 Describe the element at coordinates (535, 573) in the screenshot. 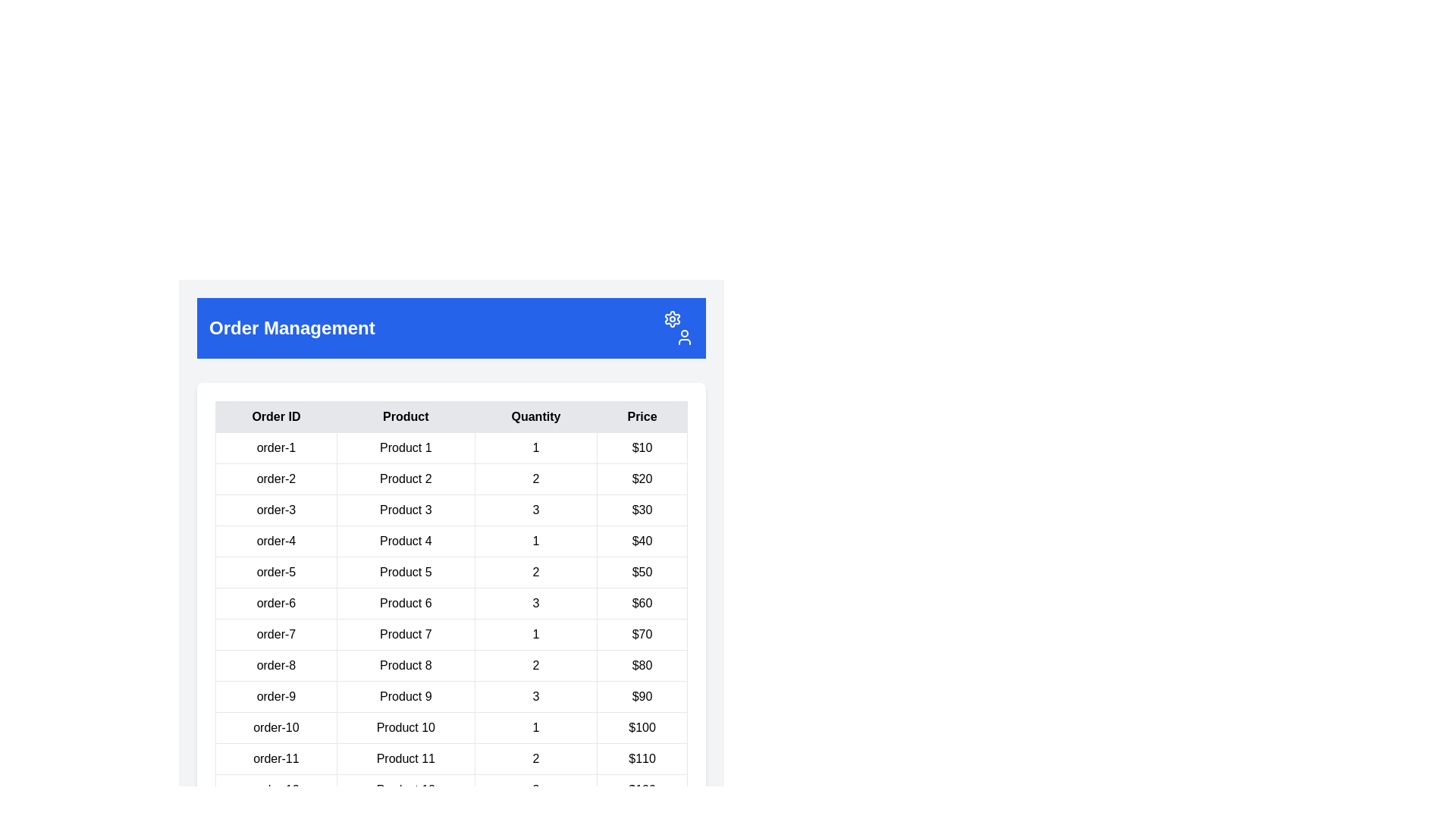

I see `to select the quantity value displayed in the third column of the fifth row (order-5) in the table` at that location.